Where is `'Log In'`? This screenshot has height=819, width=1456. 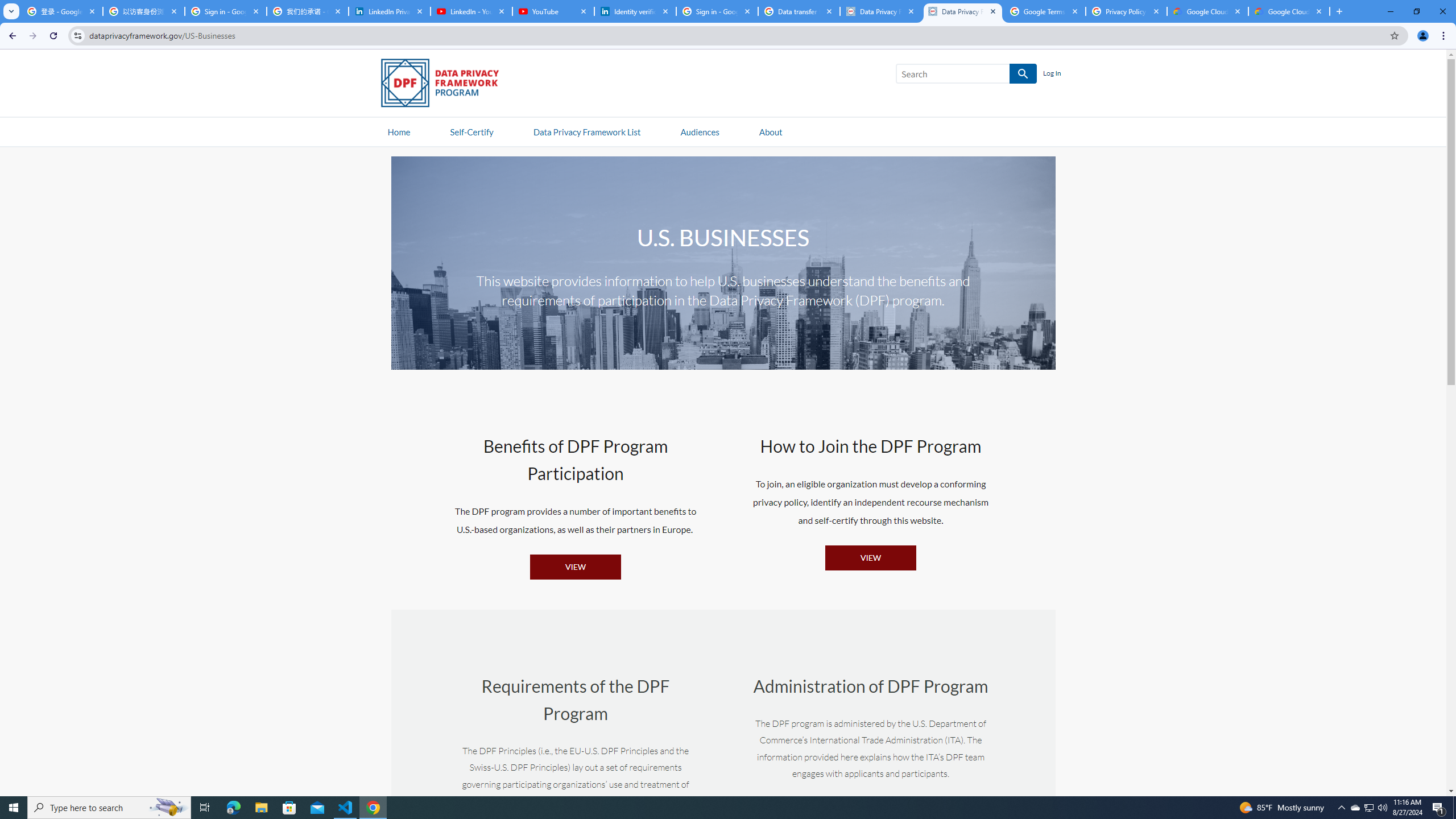 'Log In' is located at coordinates (1051, 73).